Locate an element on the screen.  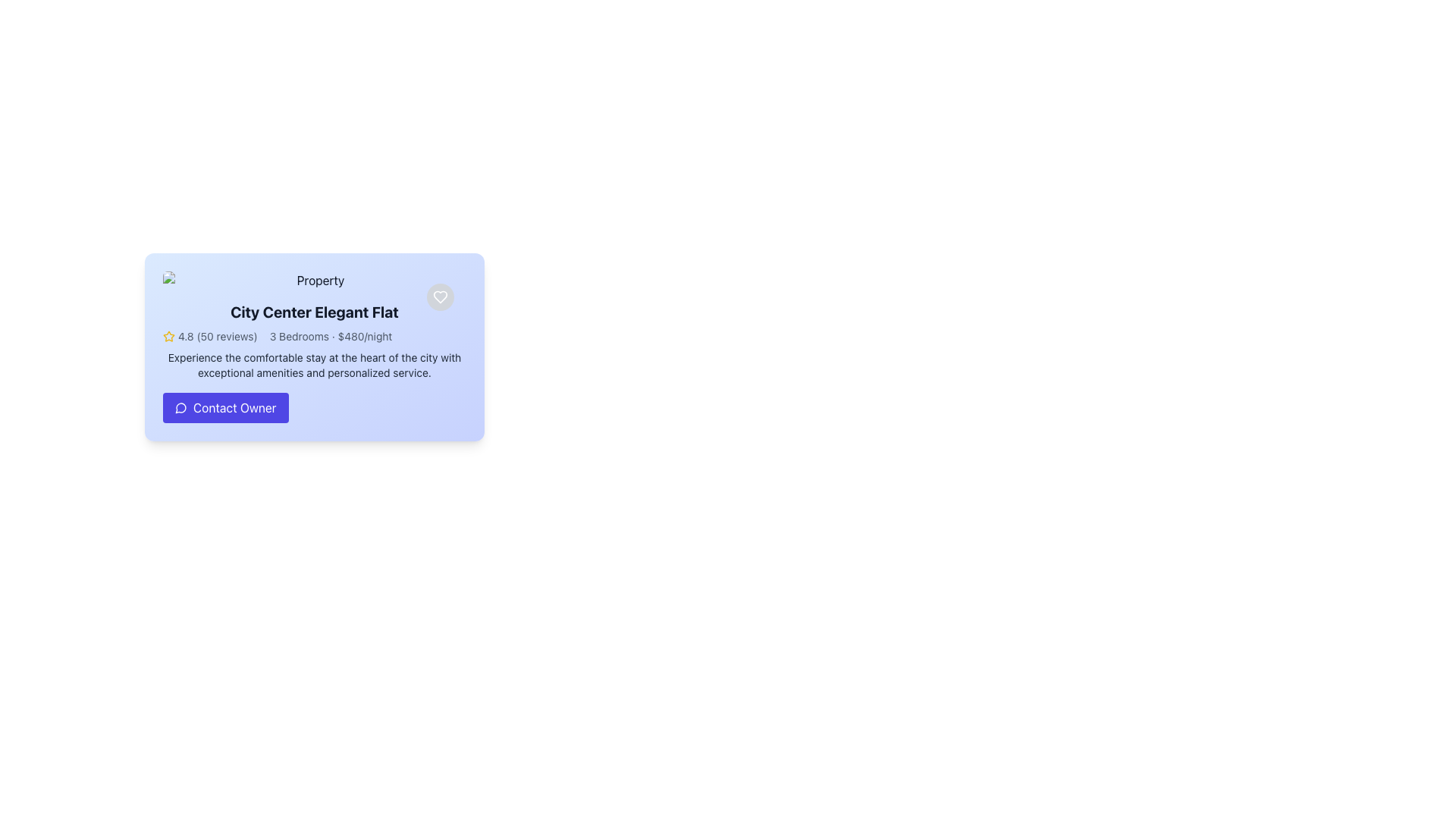
the yellow star icon associated with ratings or favorites located at the top-right corner of the rounded rectangle card interface is located at coordinates (168, 335).